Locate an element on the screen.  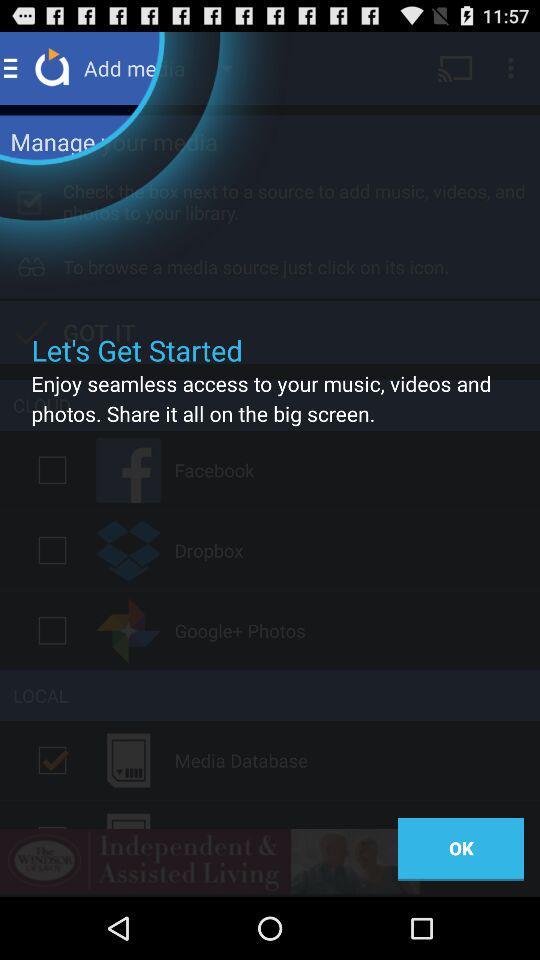
connect to app is located at coordinates (52, 629).